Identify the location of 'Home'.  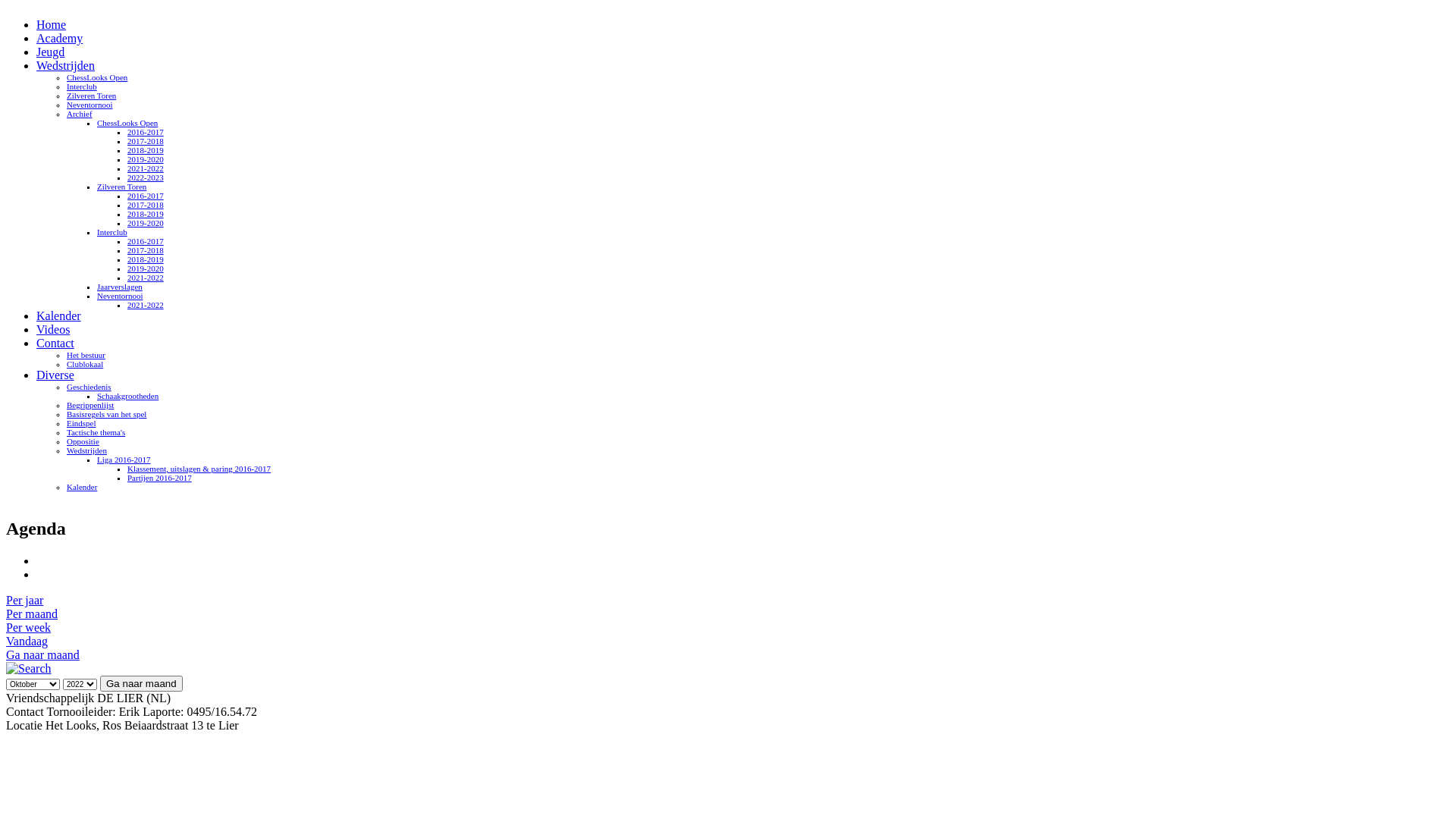
(51, 24).